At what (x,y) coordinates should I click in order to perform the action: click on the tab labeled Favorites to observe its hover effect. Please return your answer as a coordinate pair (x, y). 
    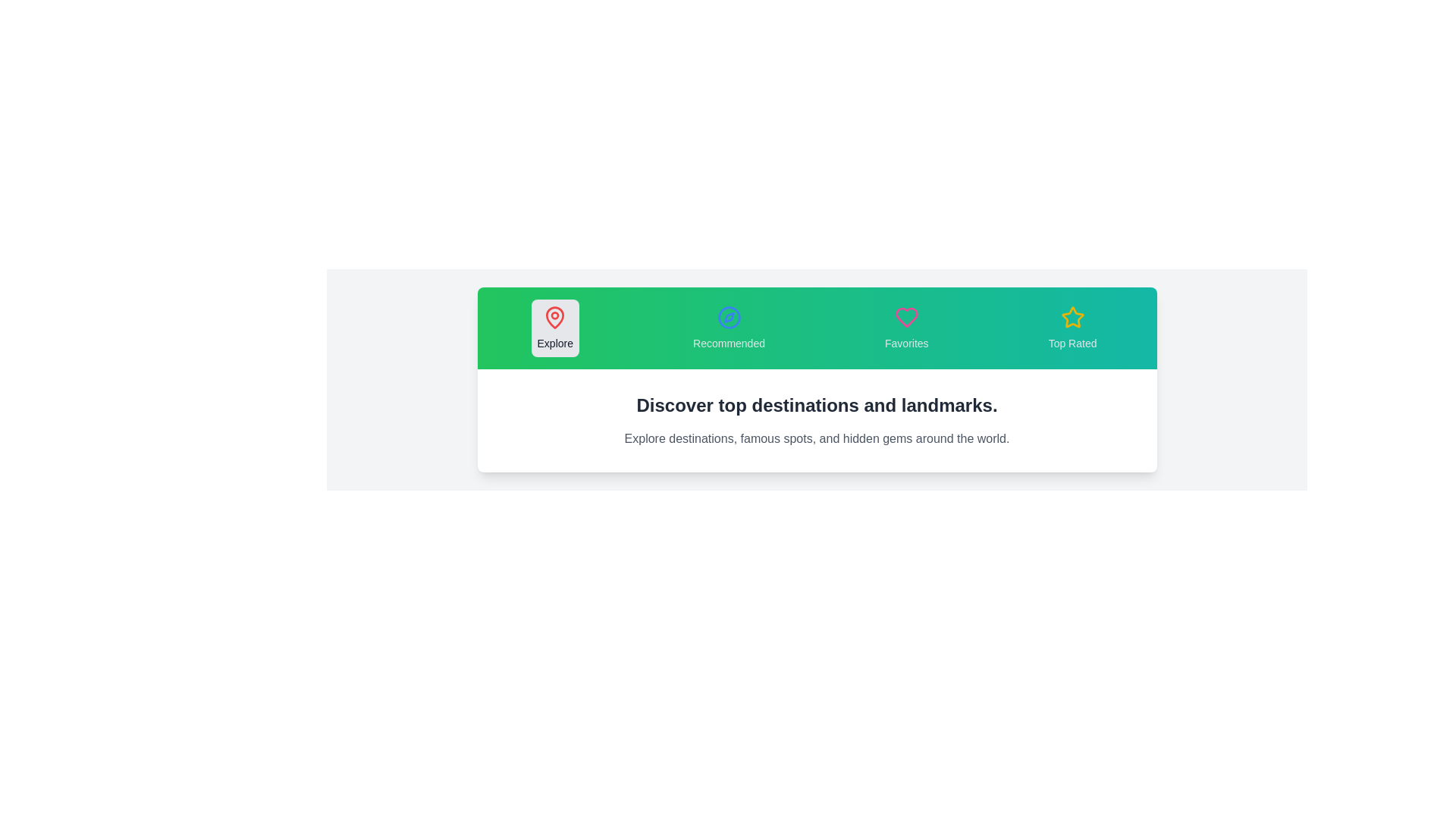
    Looking at the image, I should click on (906, 327).